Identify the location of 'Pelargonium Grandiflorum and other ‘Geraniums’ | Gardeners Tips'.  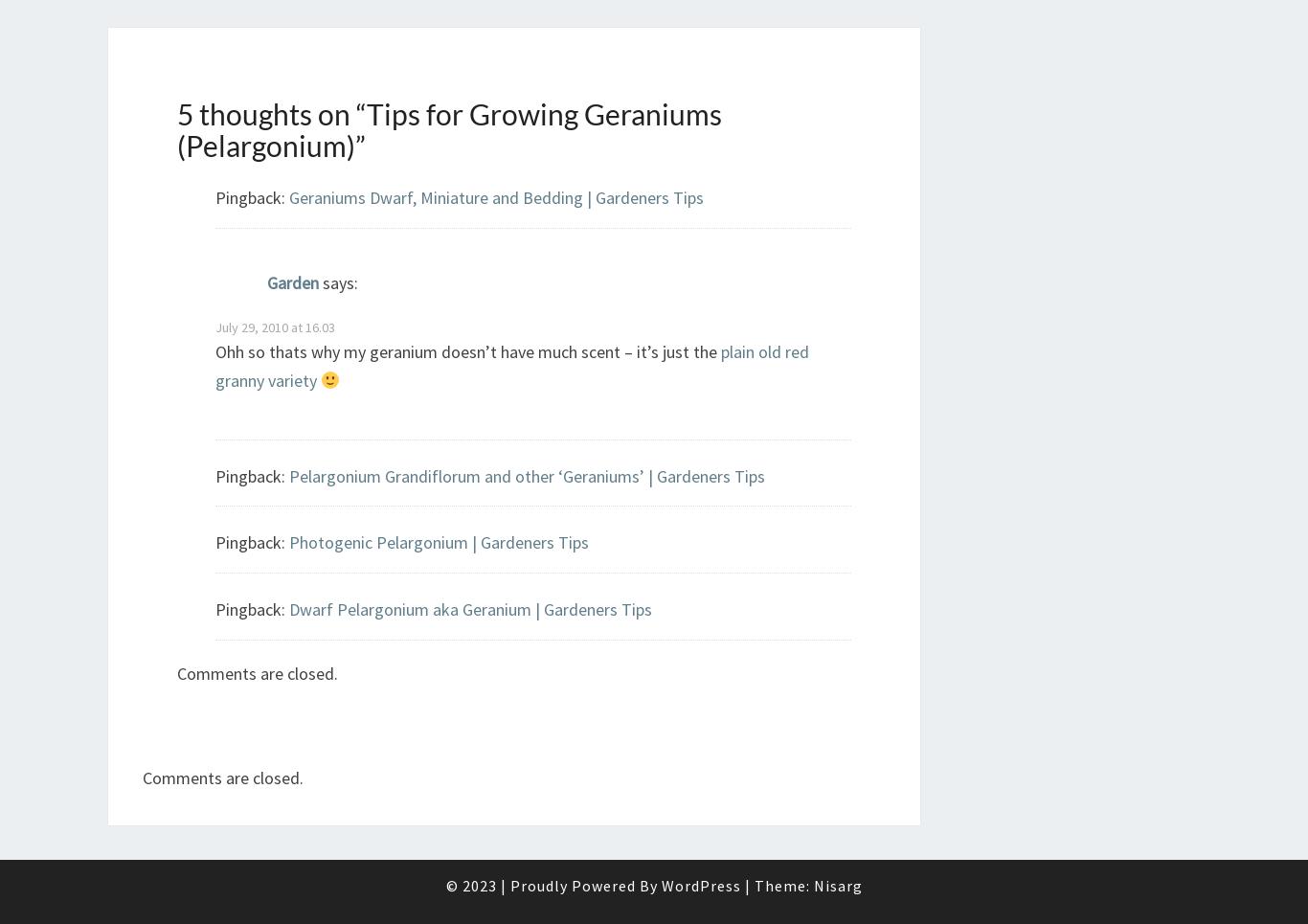
(289, 475).